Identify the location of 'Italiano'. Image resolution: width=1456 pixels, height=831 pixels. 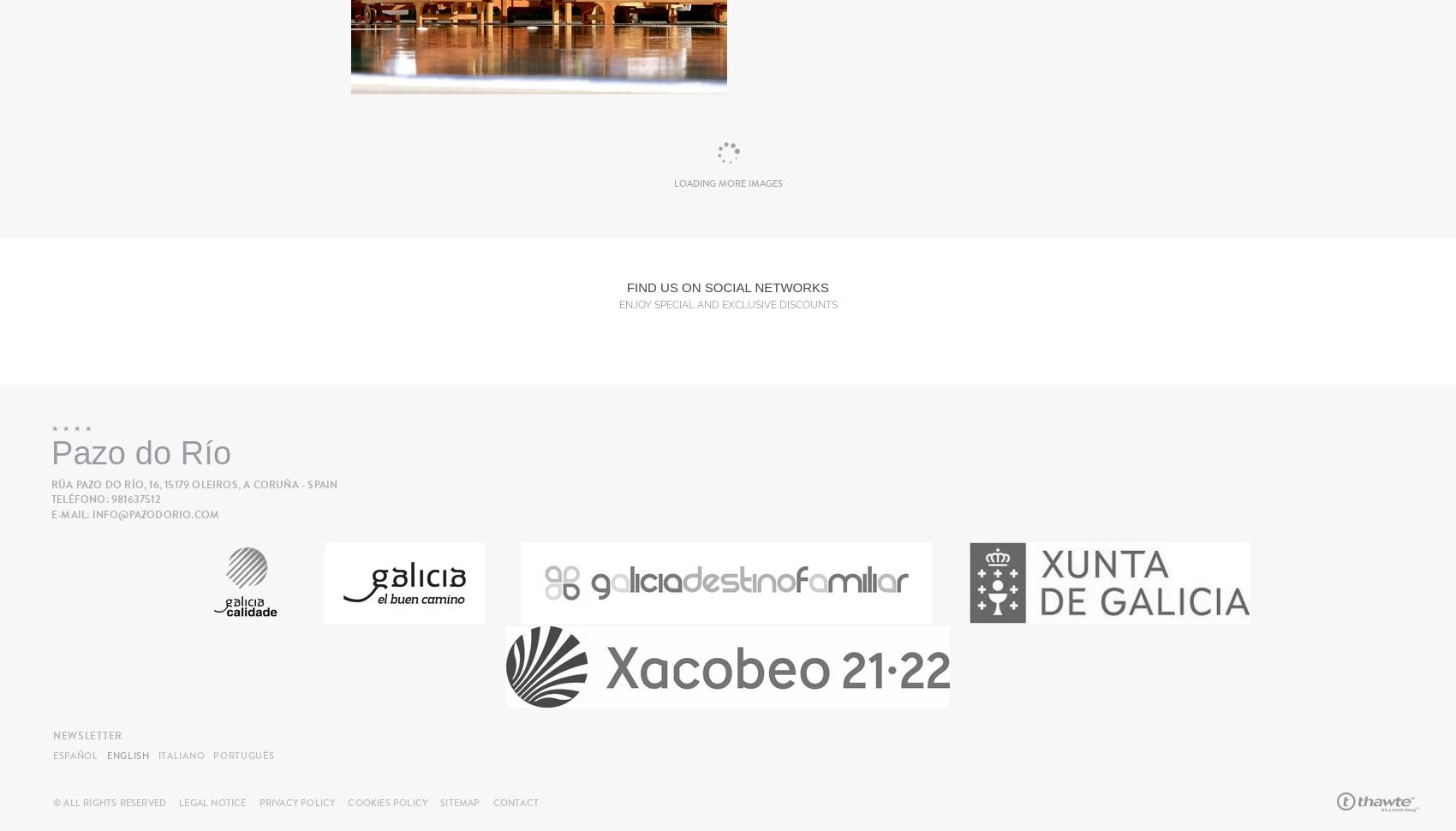
(180, 755).